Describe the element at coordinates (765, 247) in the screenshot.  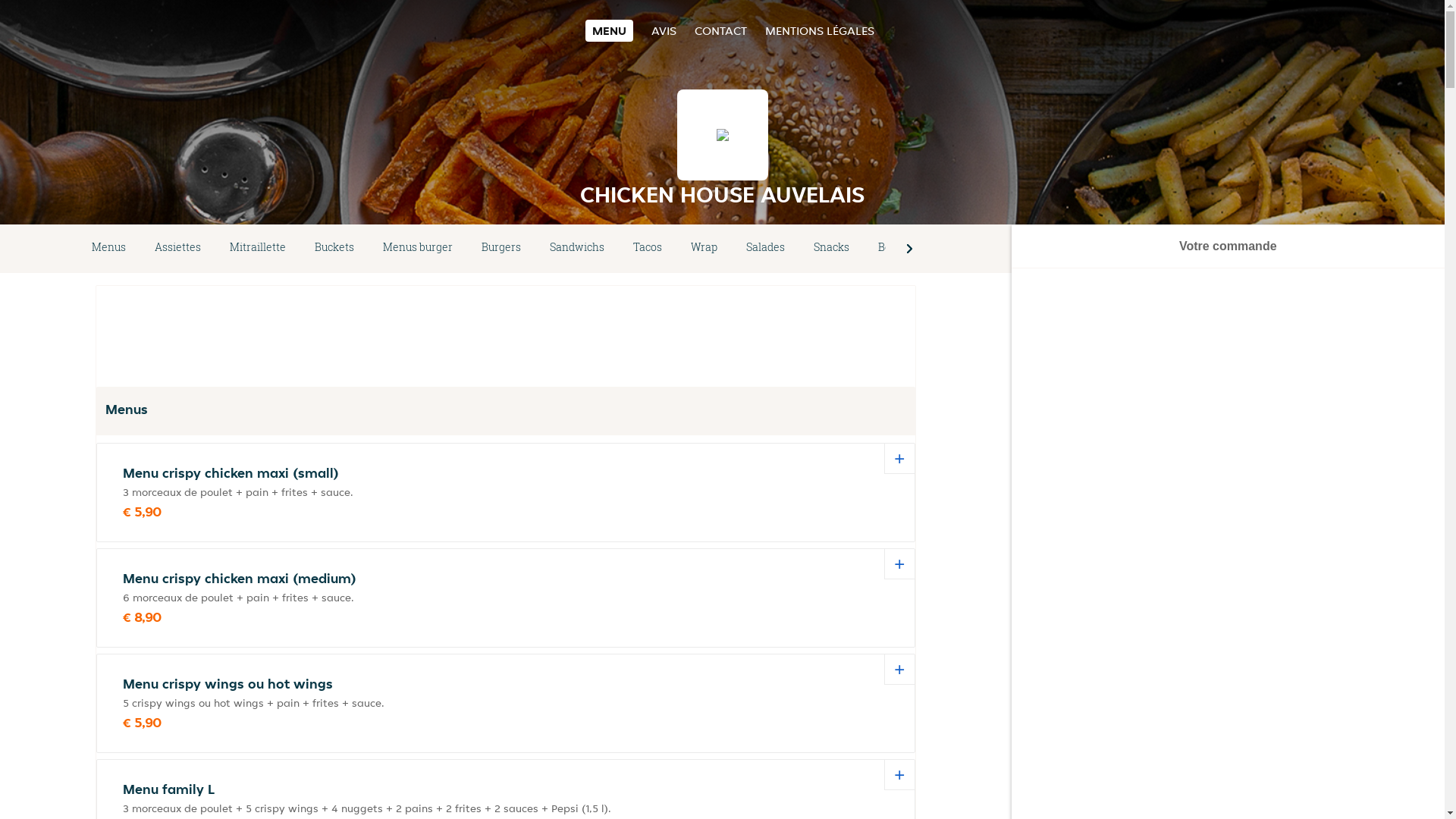
I see `'Salades'` at that location.